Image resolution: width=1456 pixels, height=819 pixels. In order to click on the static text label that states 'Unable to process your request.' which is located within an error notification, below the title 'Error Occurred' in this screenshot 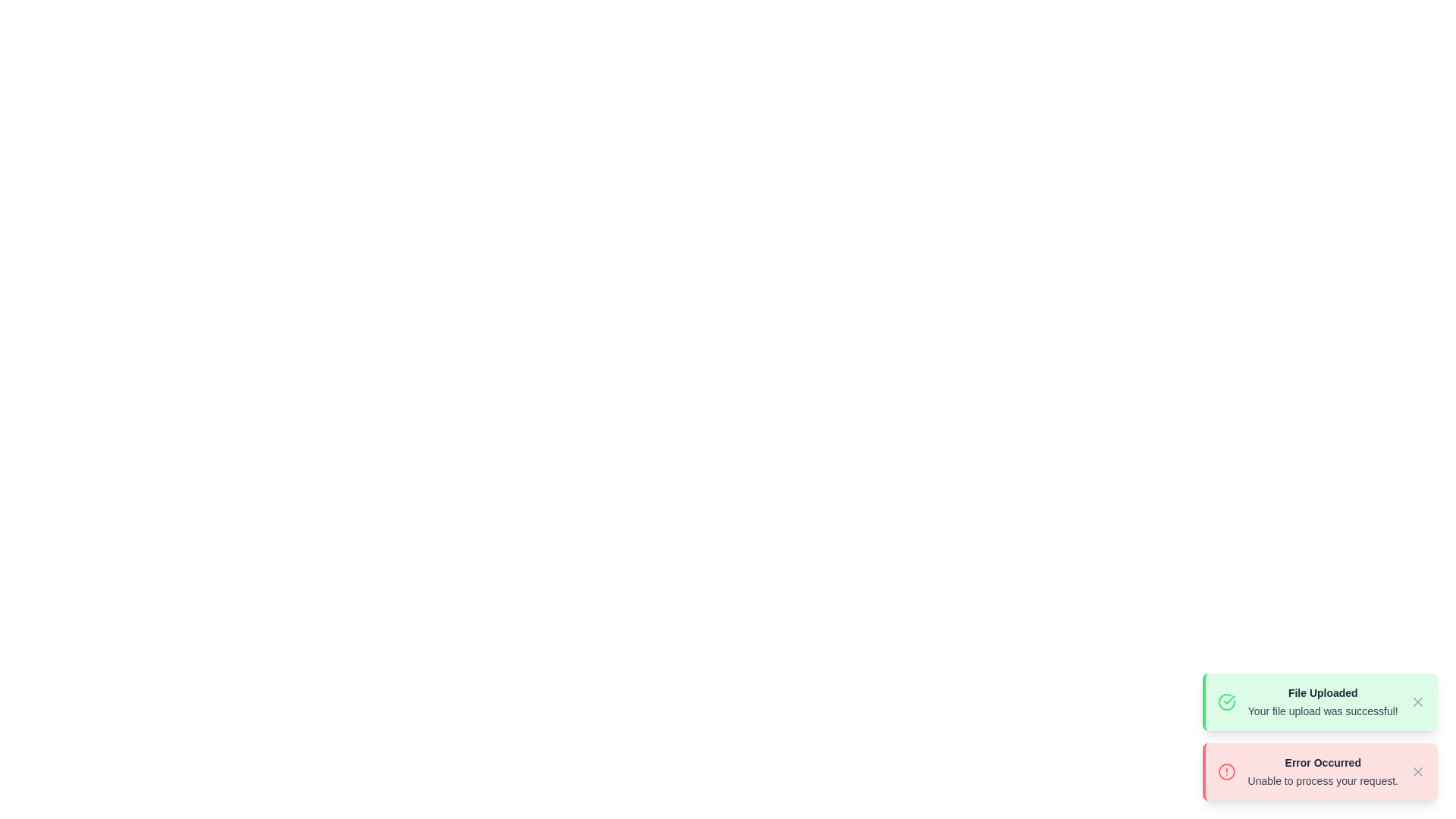, I will do `click(1322, 780)`.